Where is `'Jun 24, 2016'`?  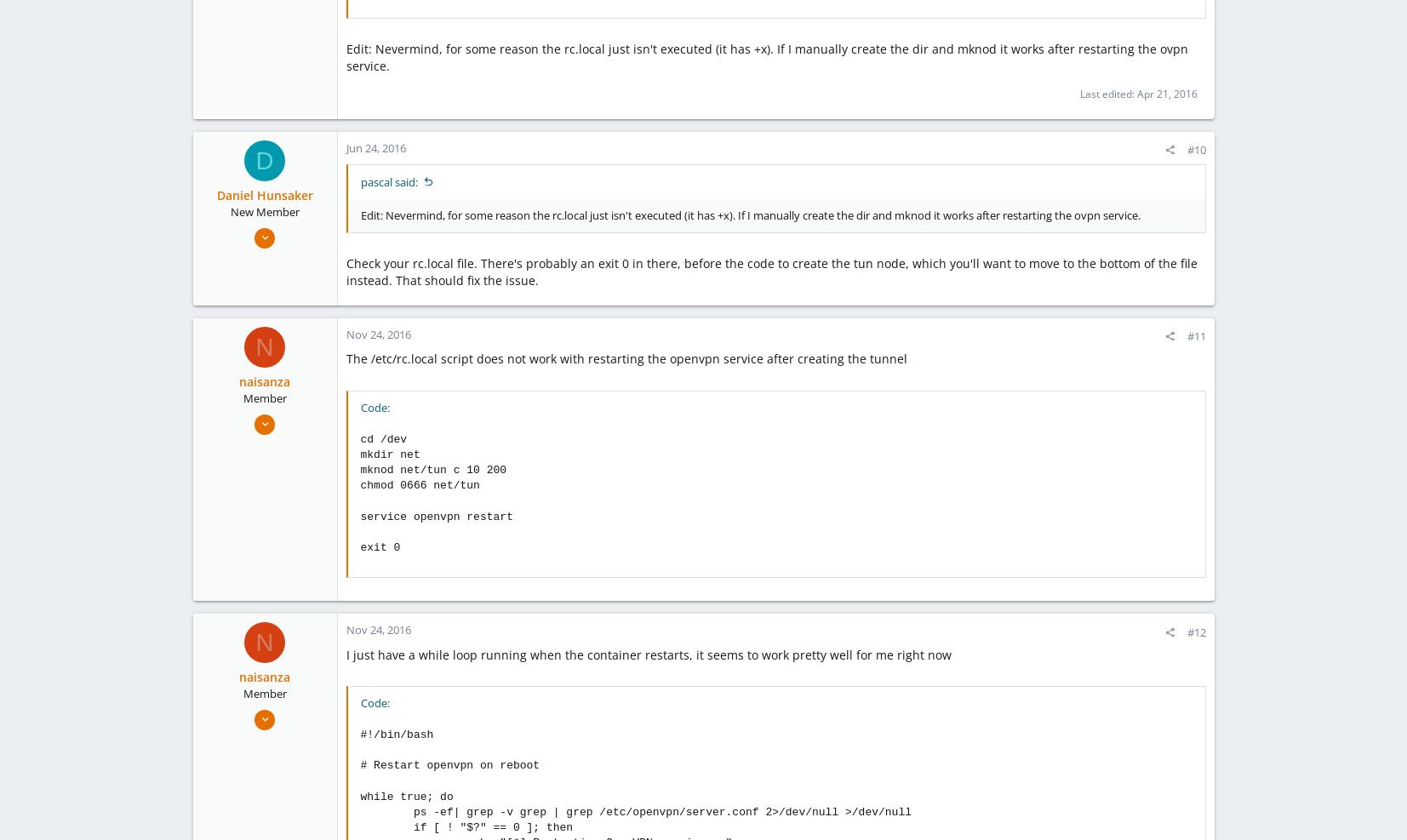
'Jun 24, 2016' is located at coordinates (375, 147).